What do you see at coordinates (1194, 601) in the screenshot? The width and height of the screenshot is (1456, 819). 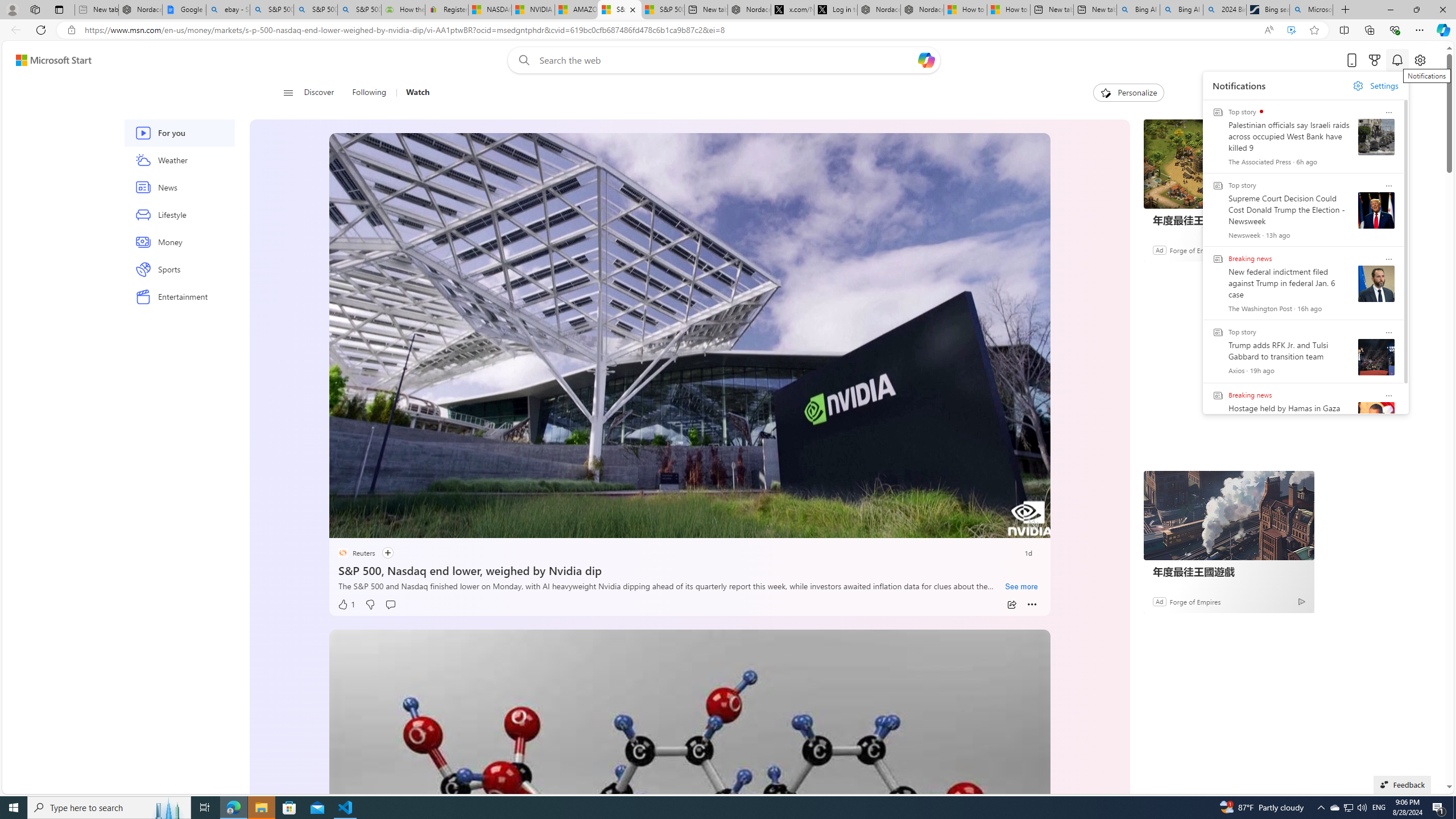 I see `'Forge of Empires'` at bounding box center [1194, 601].